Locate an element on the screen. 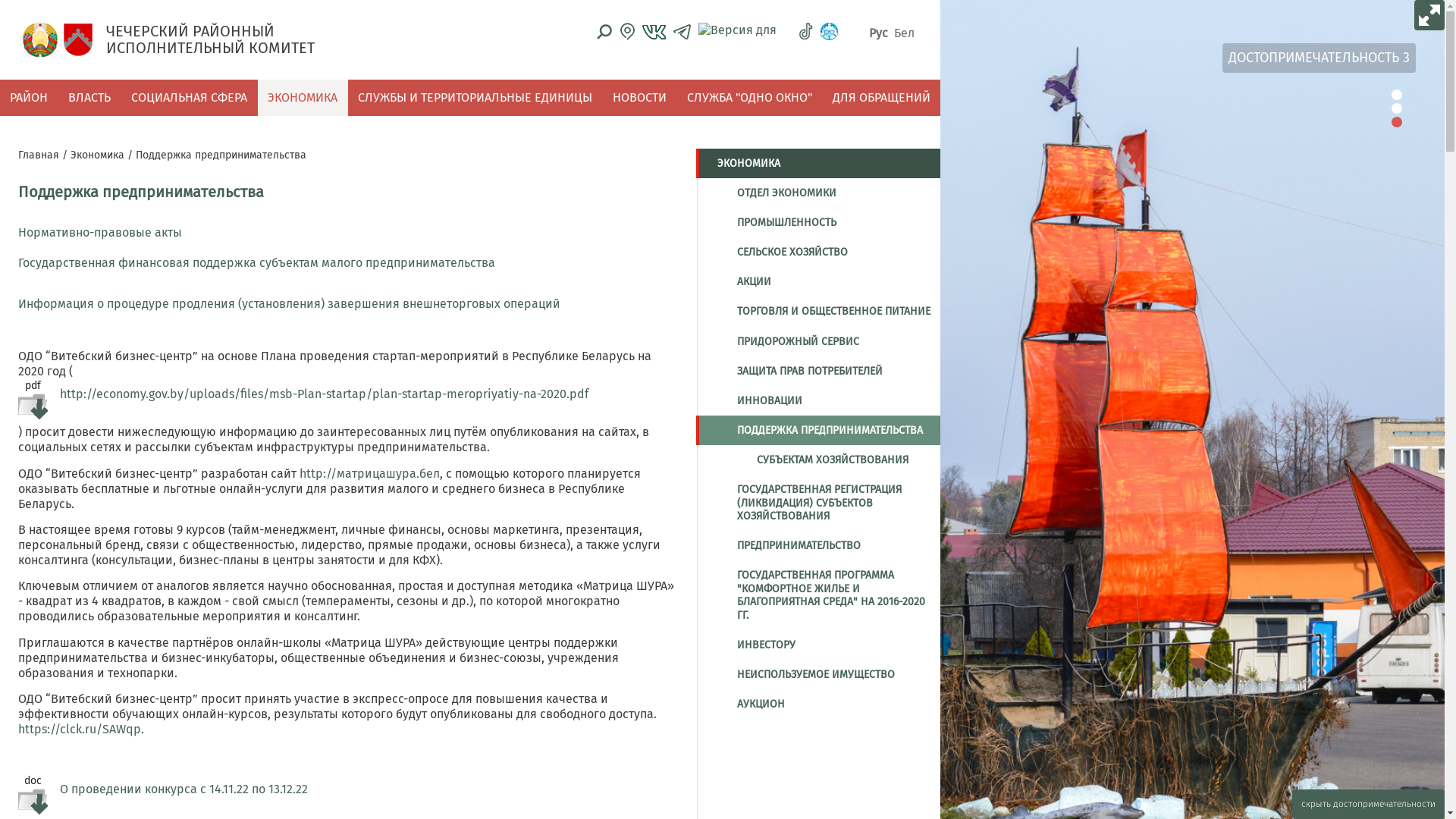 This screenshot has width=1456, height=819. 'https://clck.ru/SAWqp' is located at coordinates (79, 728).